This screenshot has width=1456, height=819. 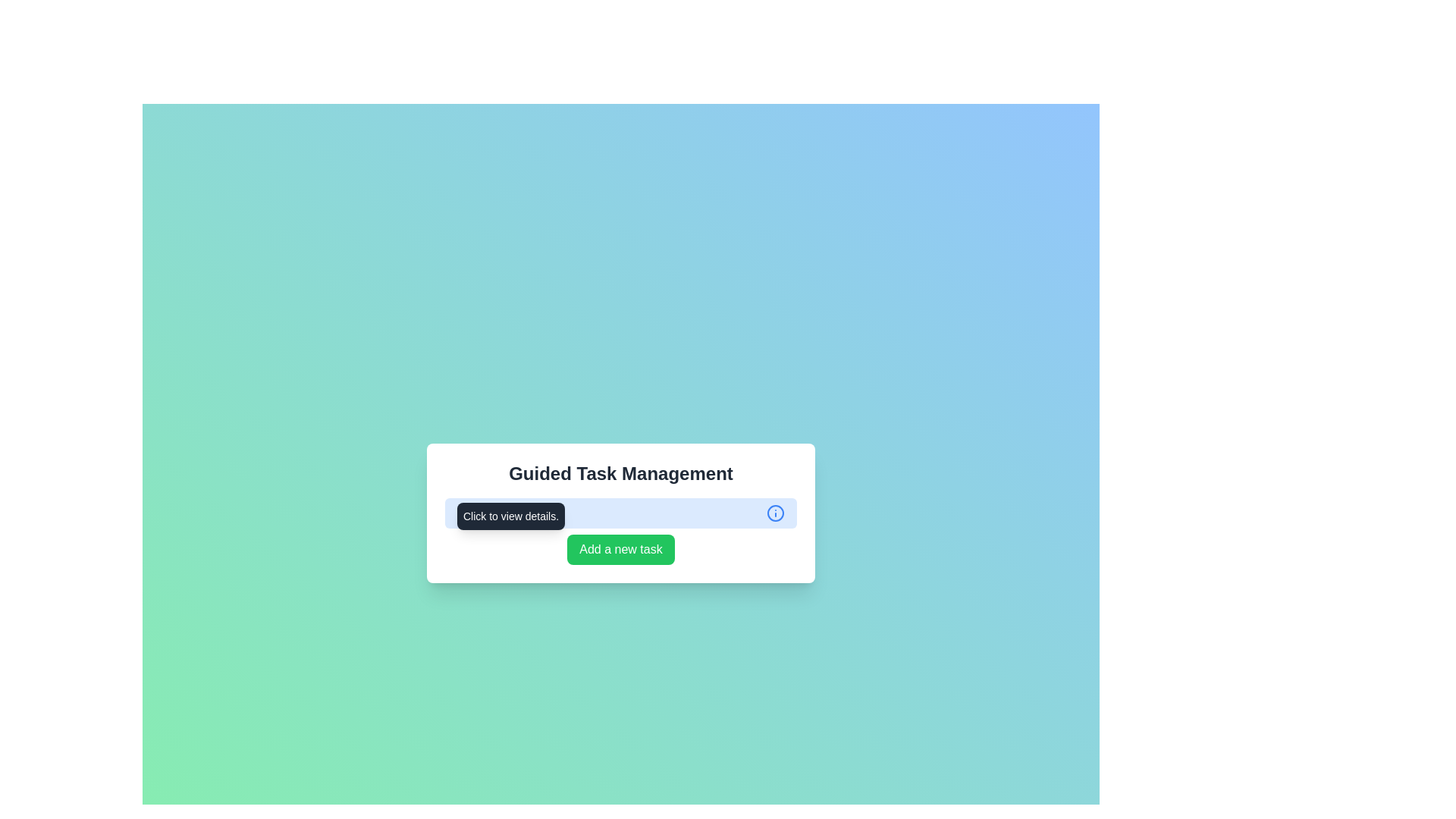 What do you see at coordinates (511, 516) in the screenshot?
I see `the tooltip element with dark gray background and white text saying 'Click` at bounding box center [511, 516].